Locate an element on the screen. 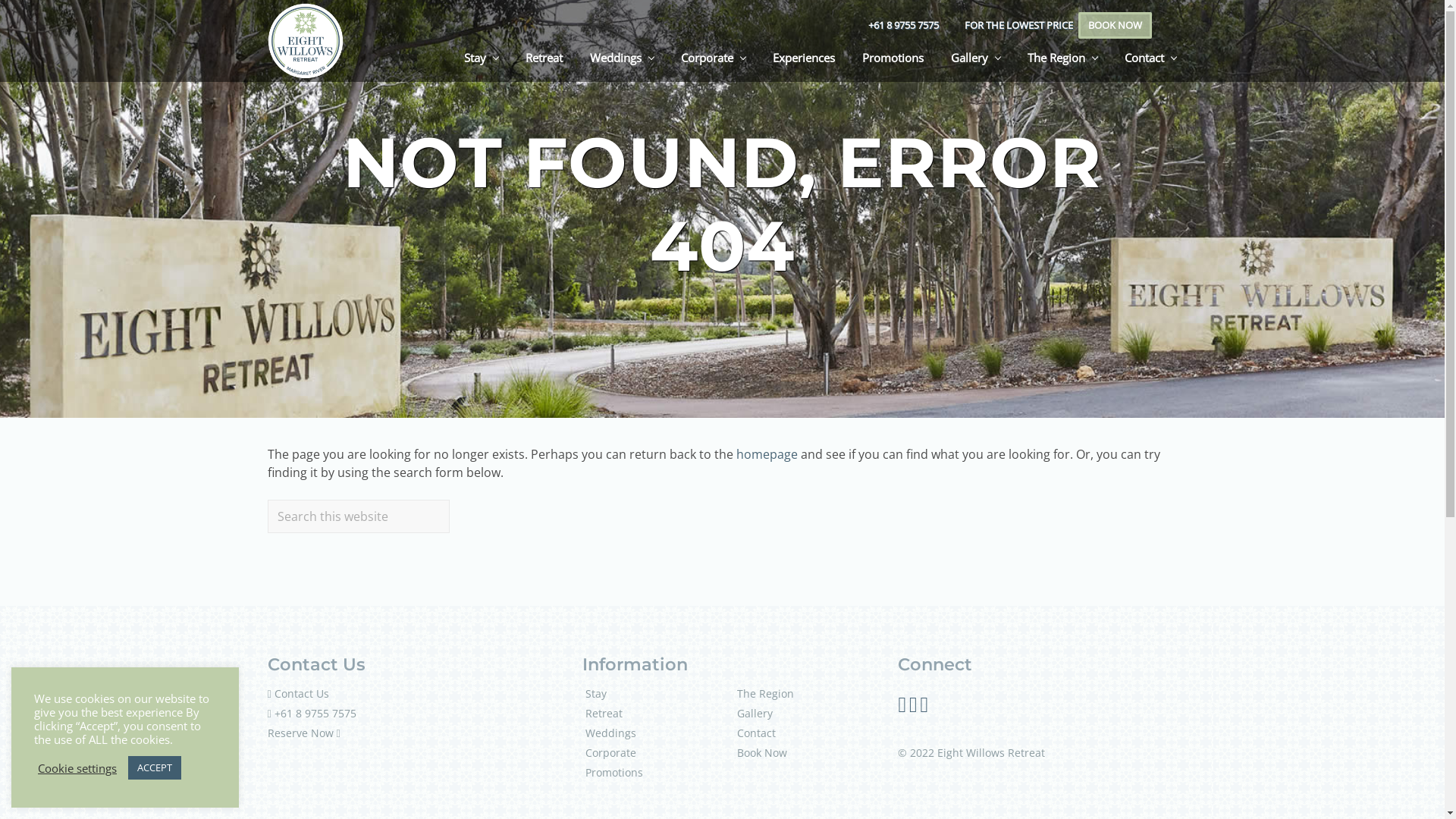 The width and height of the screenshot is (1456, 819). 'Follow us on Youtube' is located at coordinates (924, 708).